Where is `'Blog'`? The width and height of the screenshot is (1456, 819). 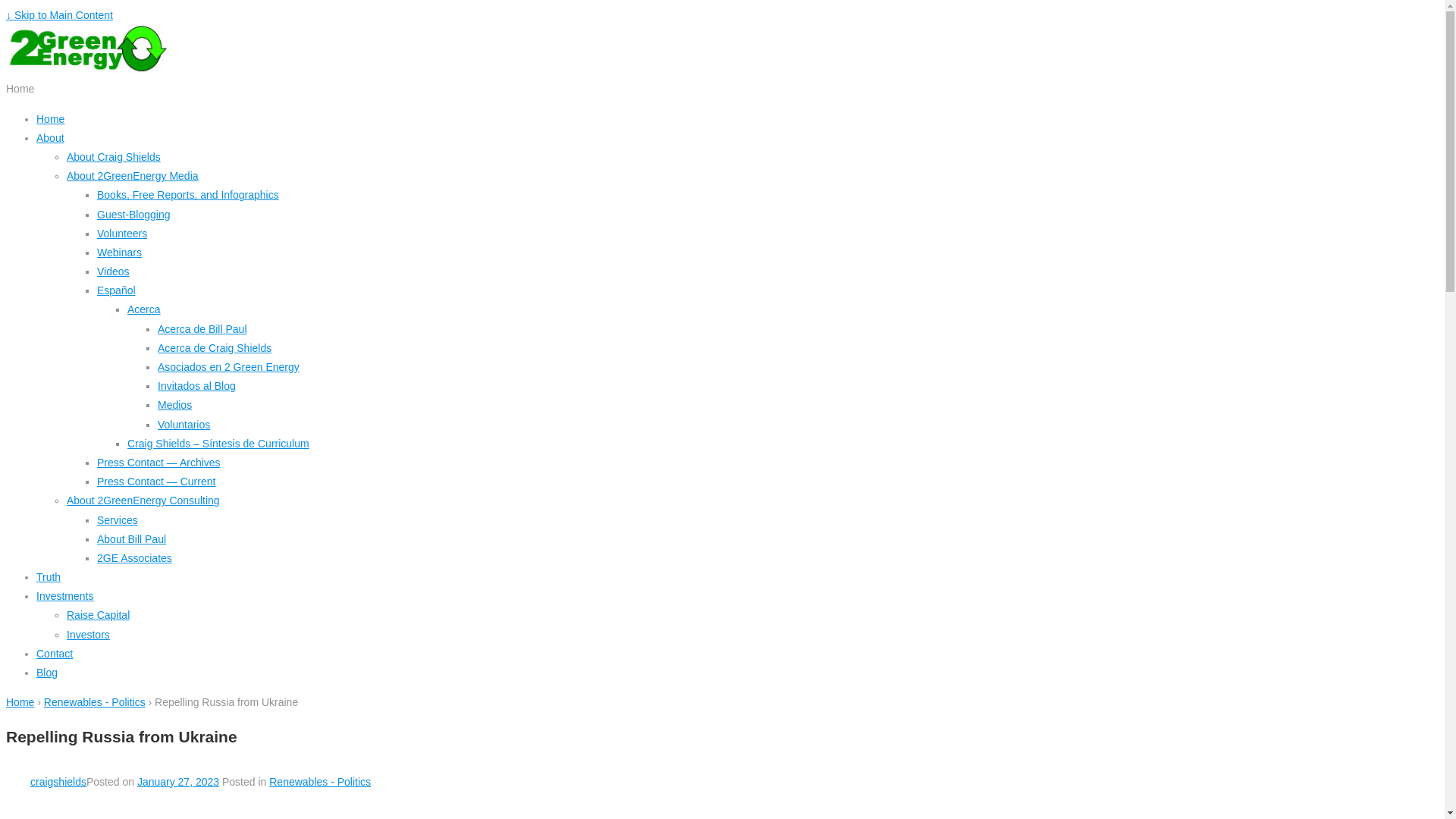
'Blog' is located at coordinates (47, 672).